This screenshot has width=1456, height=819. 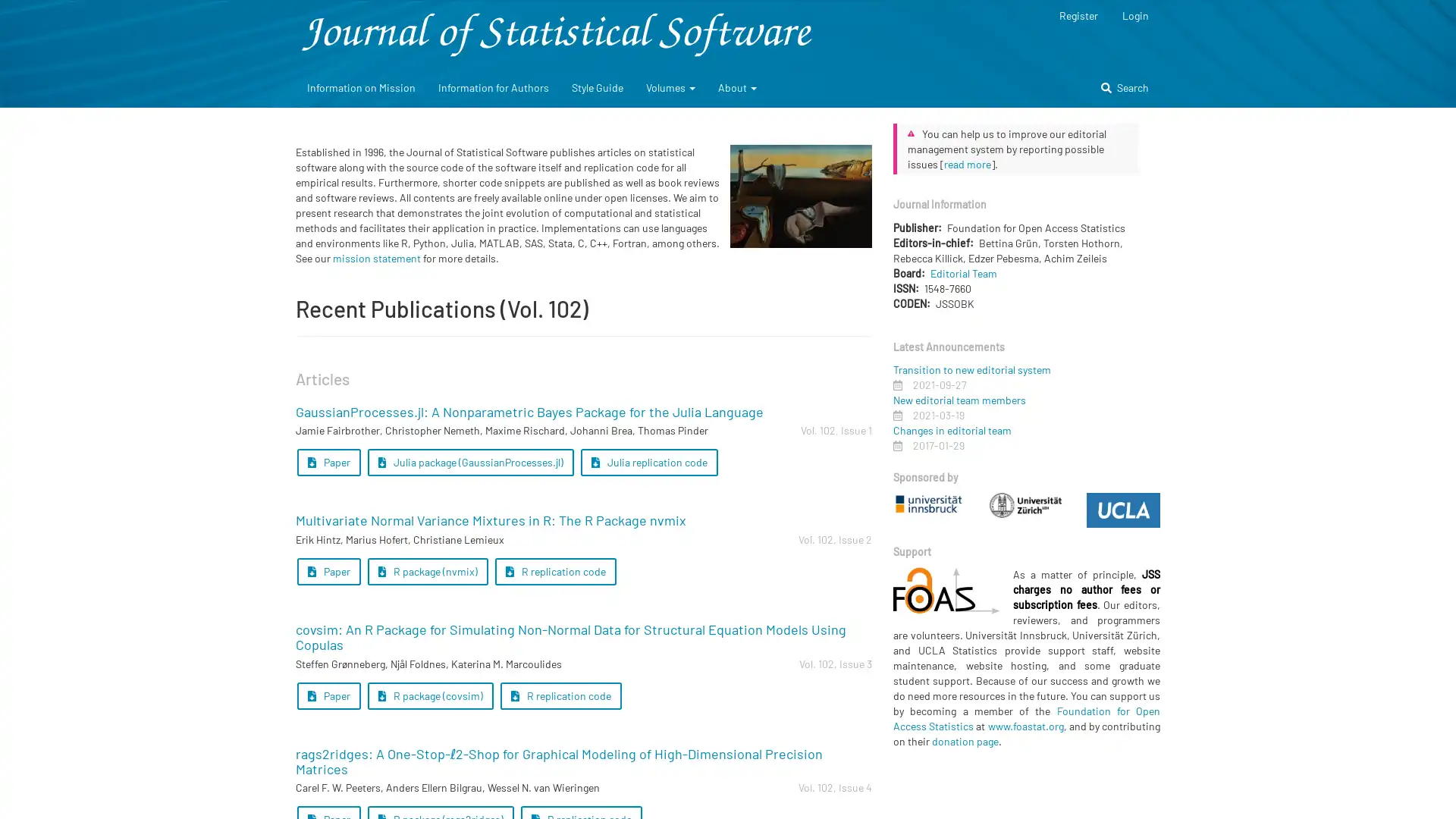 I want to click on Paper, so click(x=328, y=695).